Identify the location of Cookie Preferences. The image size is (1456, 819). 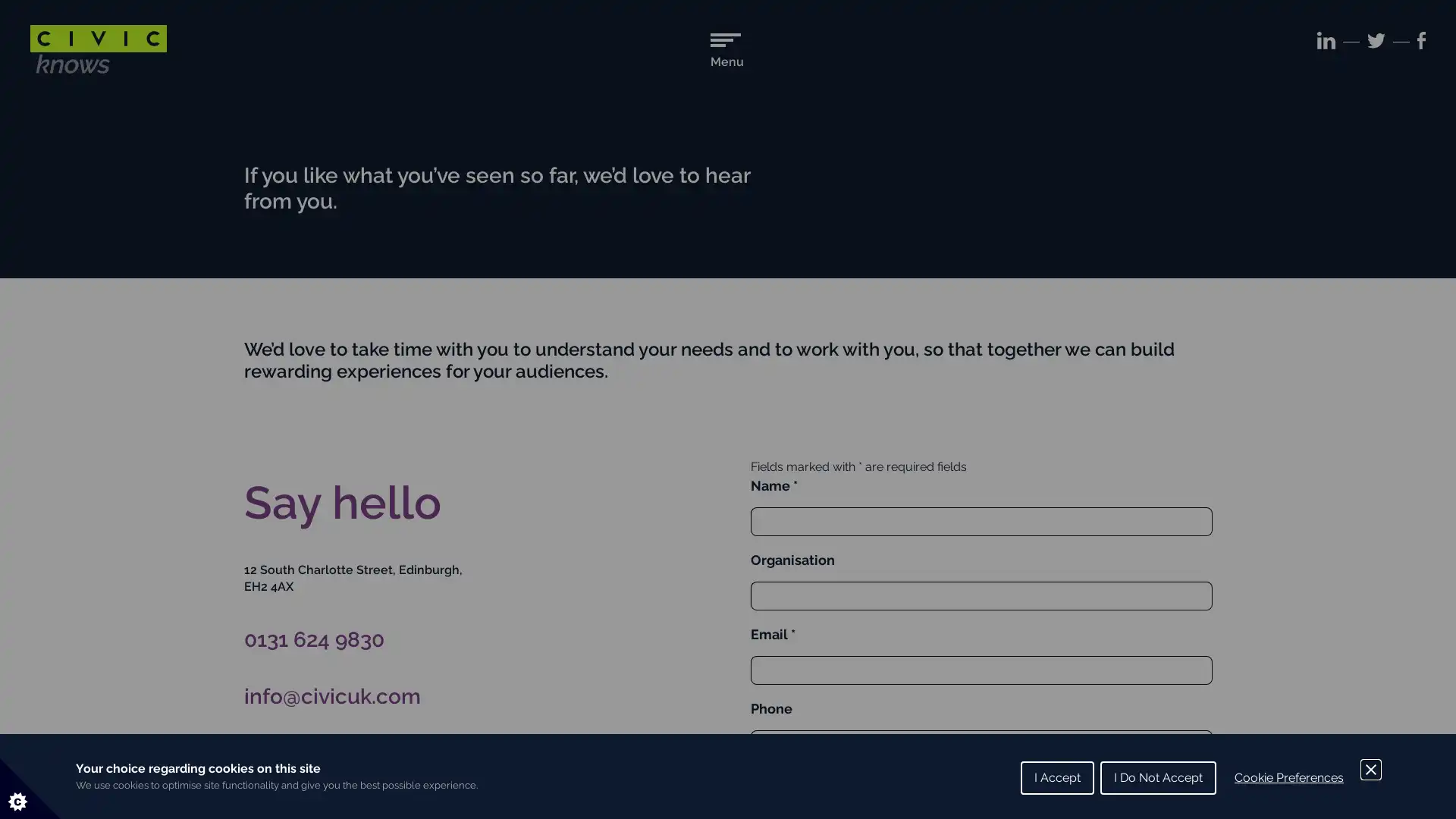
(1288, 778).